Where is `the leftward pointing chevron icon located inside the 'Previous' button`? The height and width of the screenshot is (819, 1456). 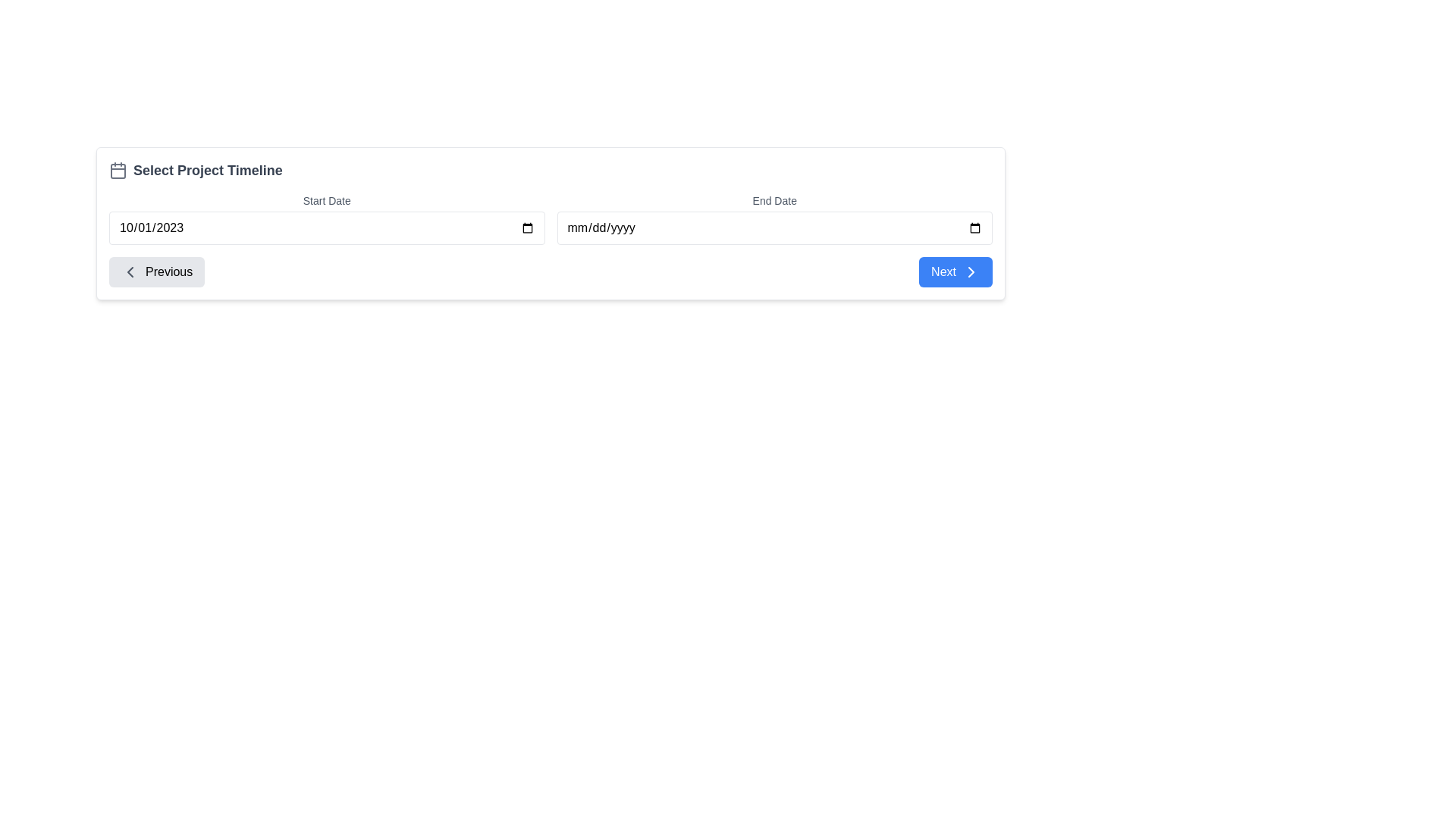
the leftward pointing chevron icon located inside the 'Previous' button is located at coordinates (130, 271).